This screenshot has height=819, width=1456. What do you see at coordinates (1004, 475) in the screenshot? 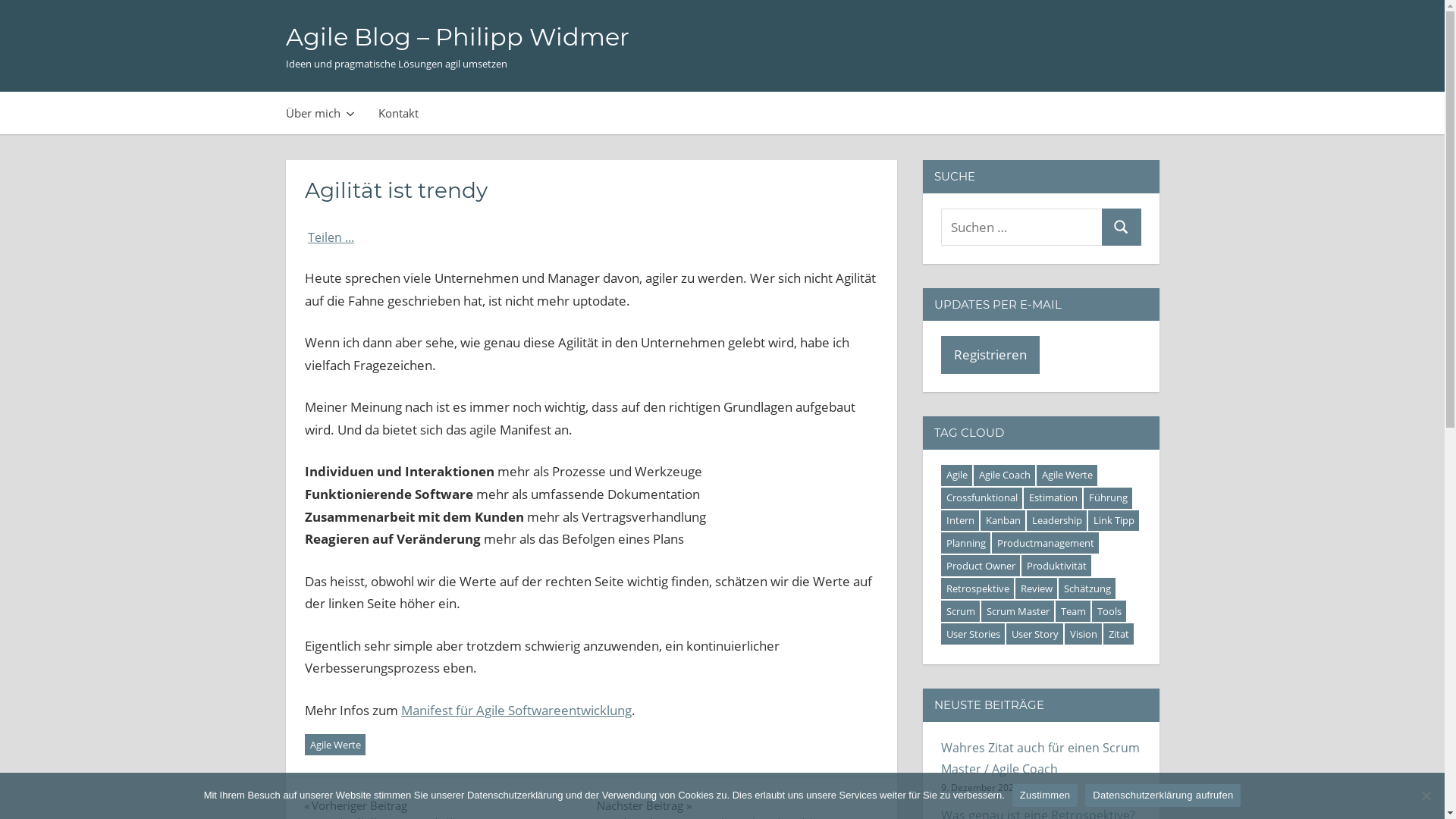
I see `'Agile Coach'` at bounding box center [1004, 475].